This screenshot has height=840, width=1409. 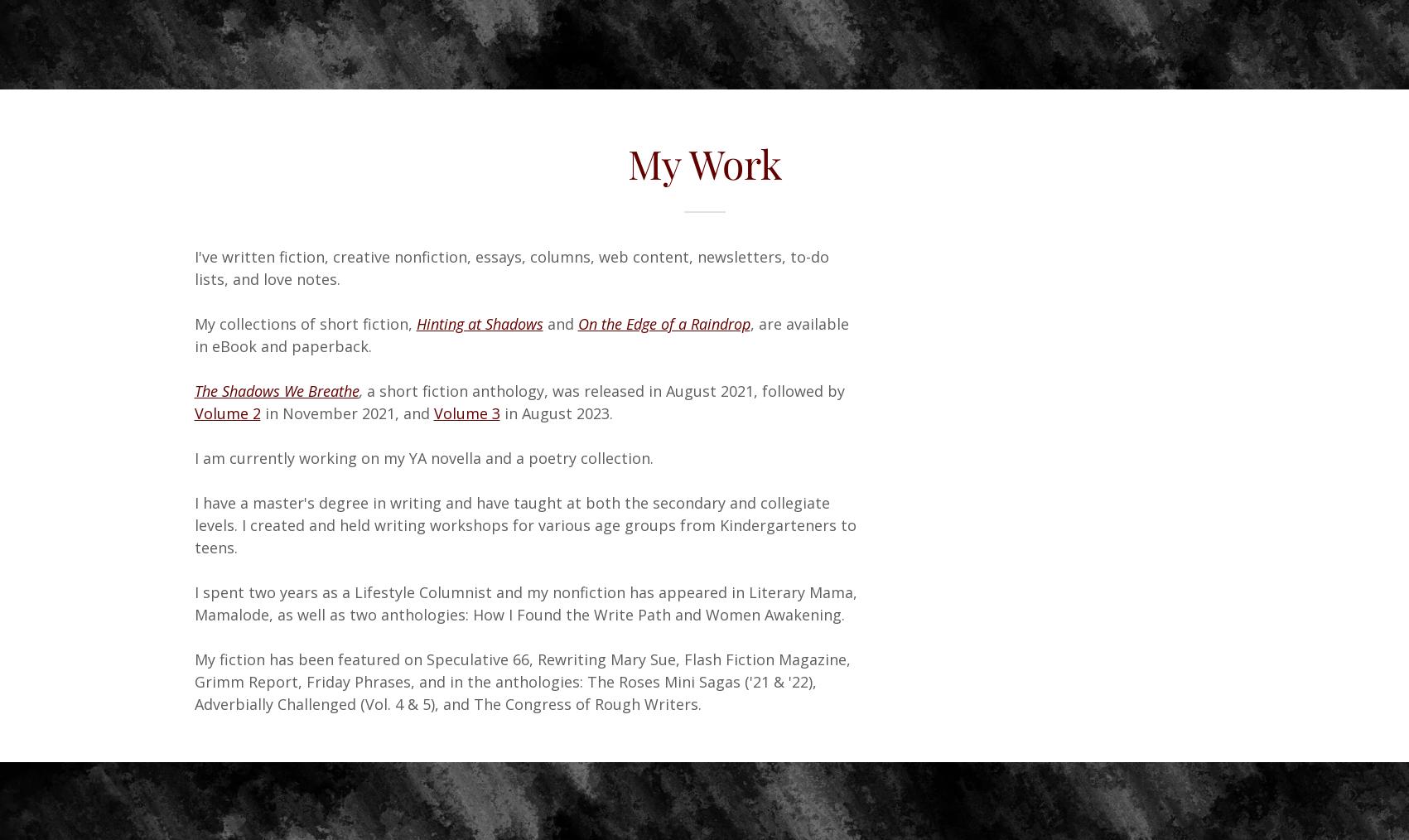 I want to click on 'Volume 3', so click(x=466, y=412).